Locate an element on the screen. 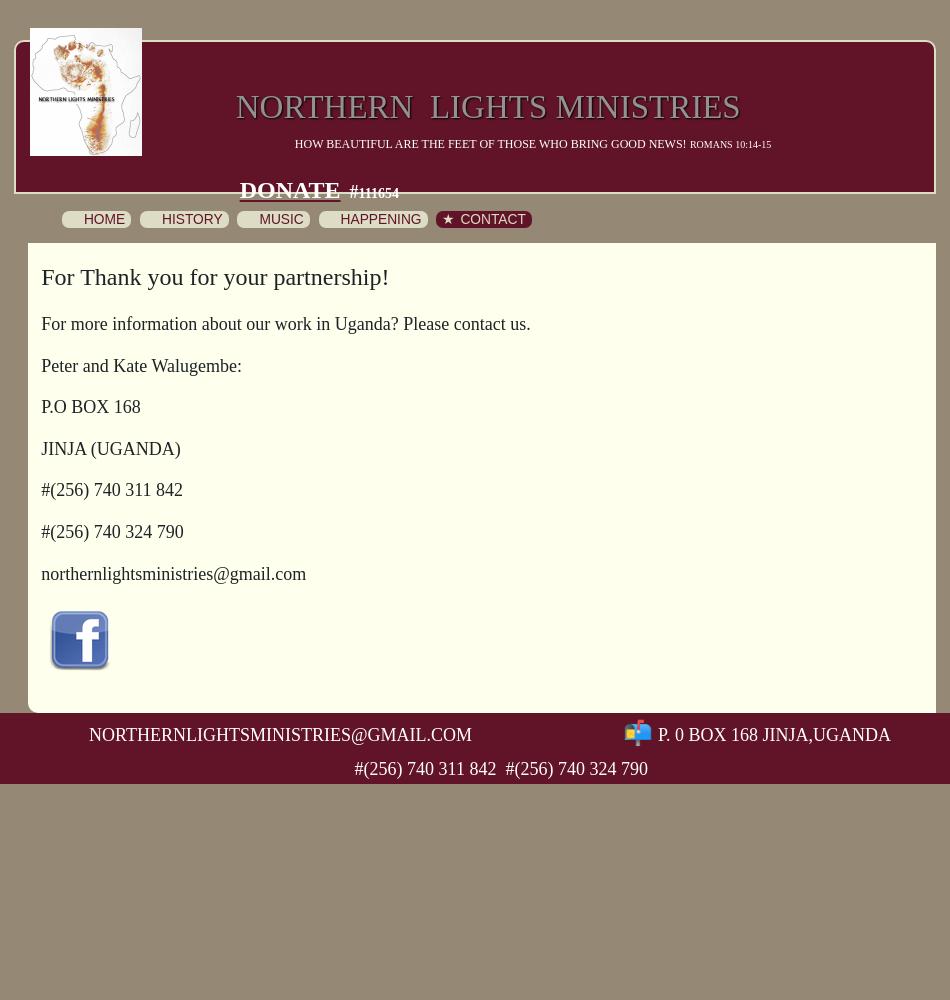  '#(256) 740 324 790' is located at coordinates (112, 531).